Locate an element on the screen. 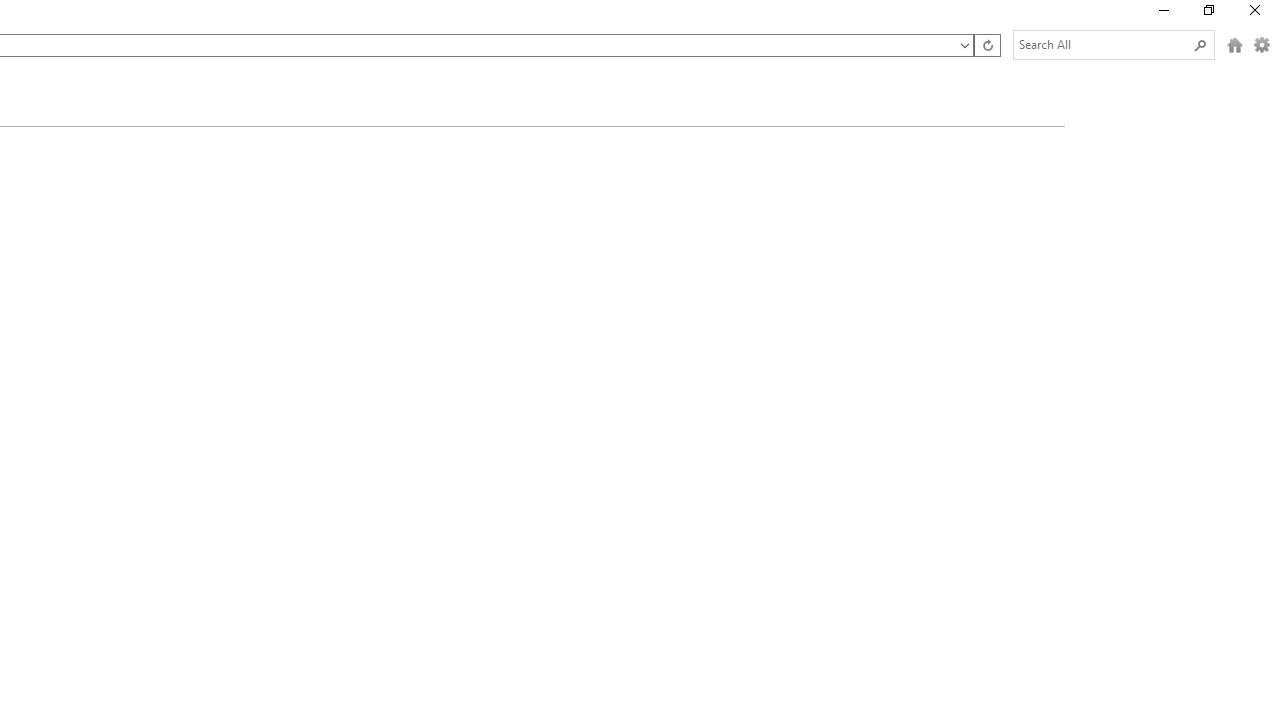  'Refresh "Home" (F5)' is located at coordinates (986, 45).